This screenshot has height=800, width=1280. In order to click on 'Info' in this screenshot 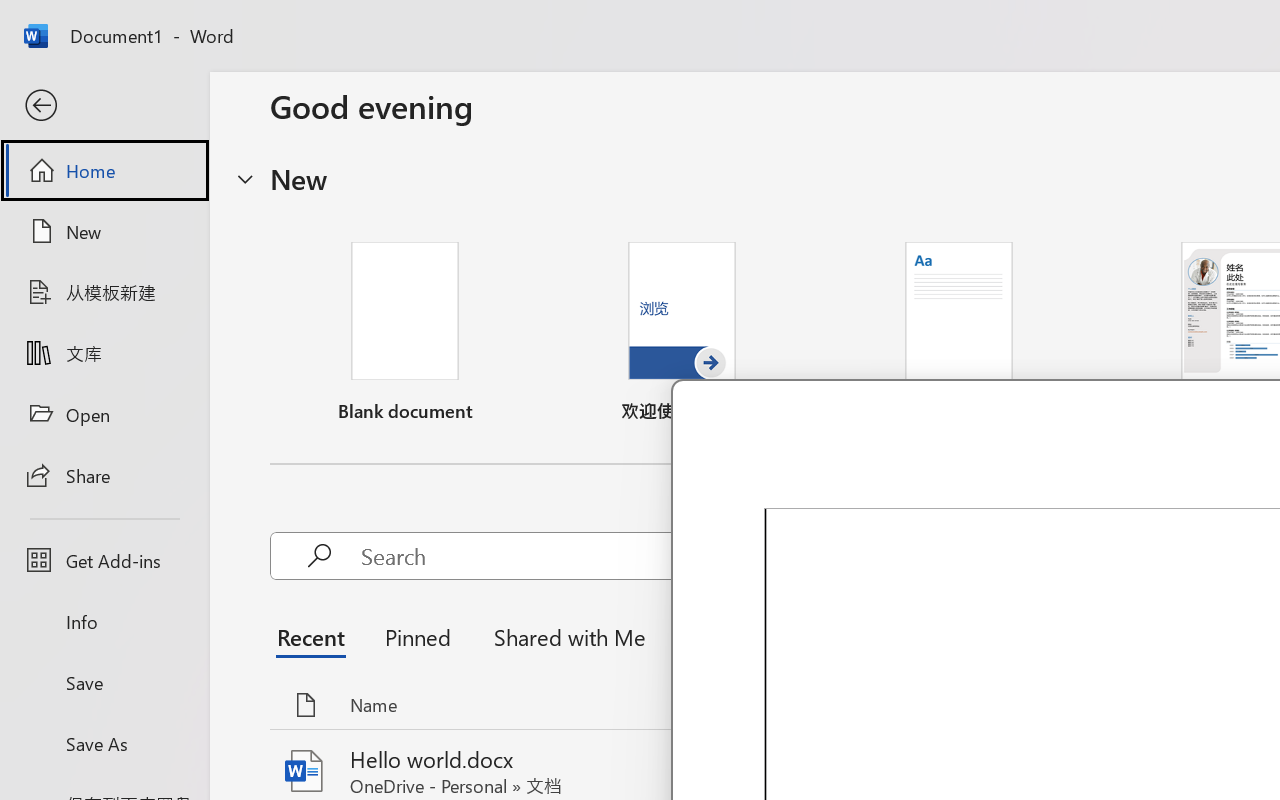, I will do `click(103, 621)`.